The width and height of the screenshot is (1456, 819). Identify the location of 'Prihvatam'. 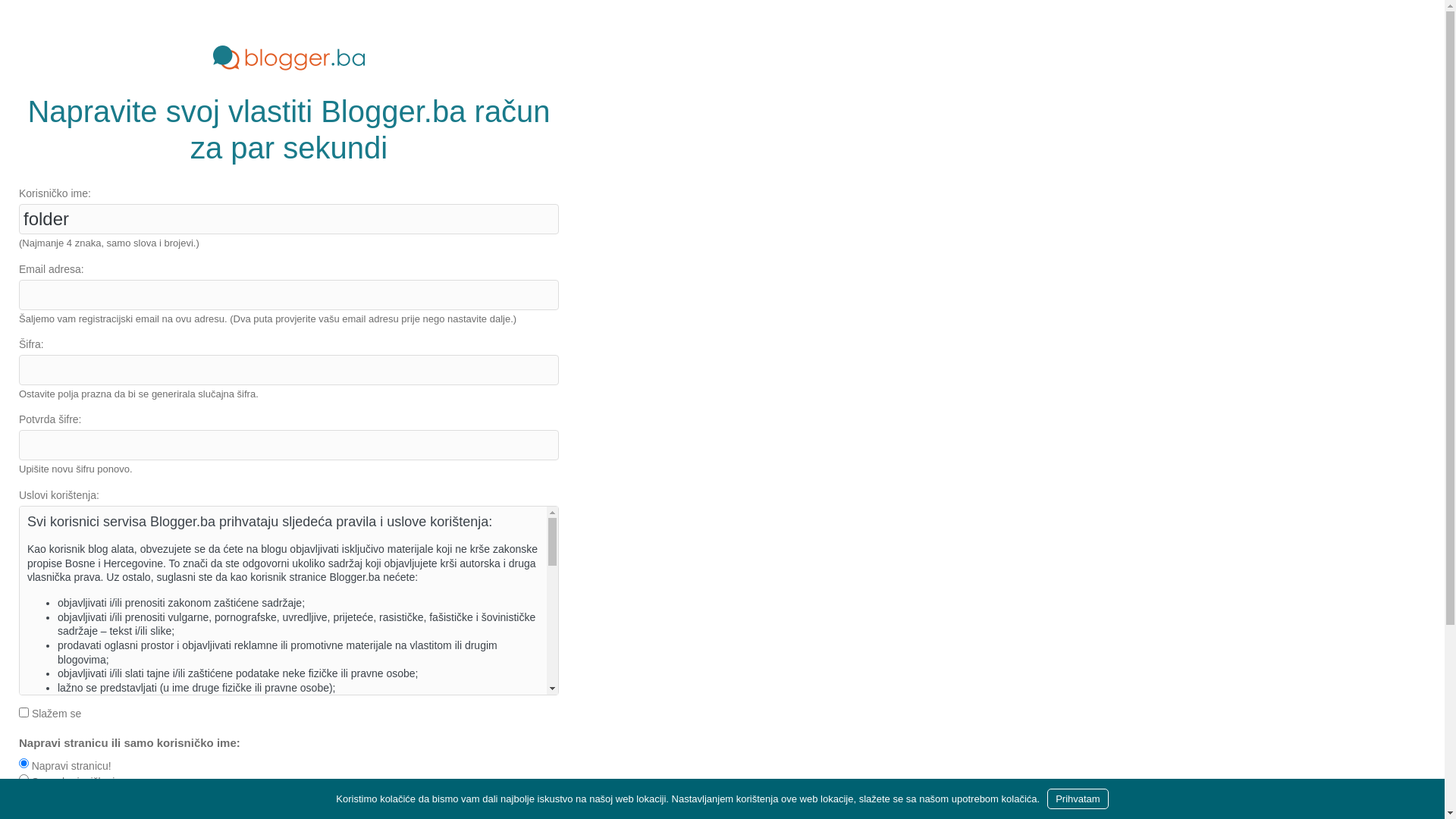
(1077, 798).